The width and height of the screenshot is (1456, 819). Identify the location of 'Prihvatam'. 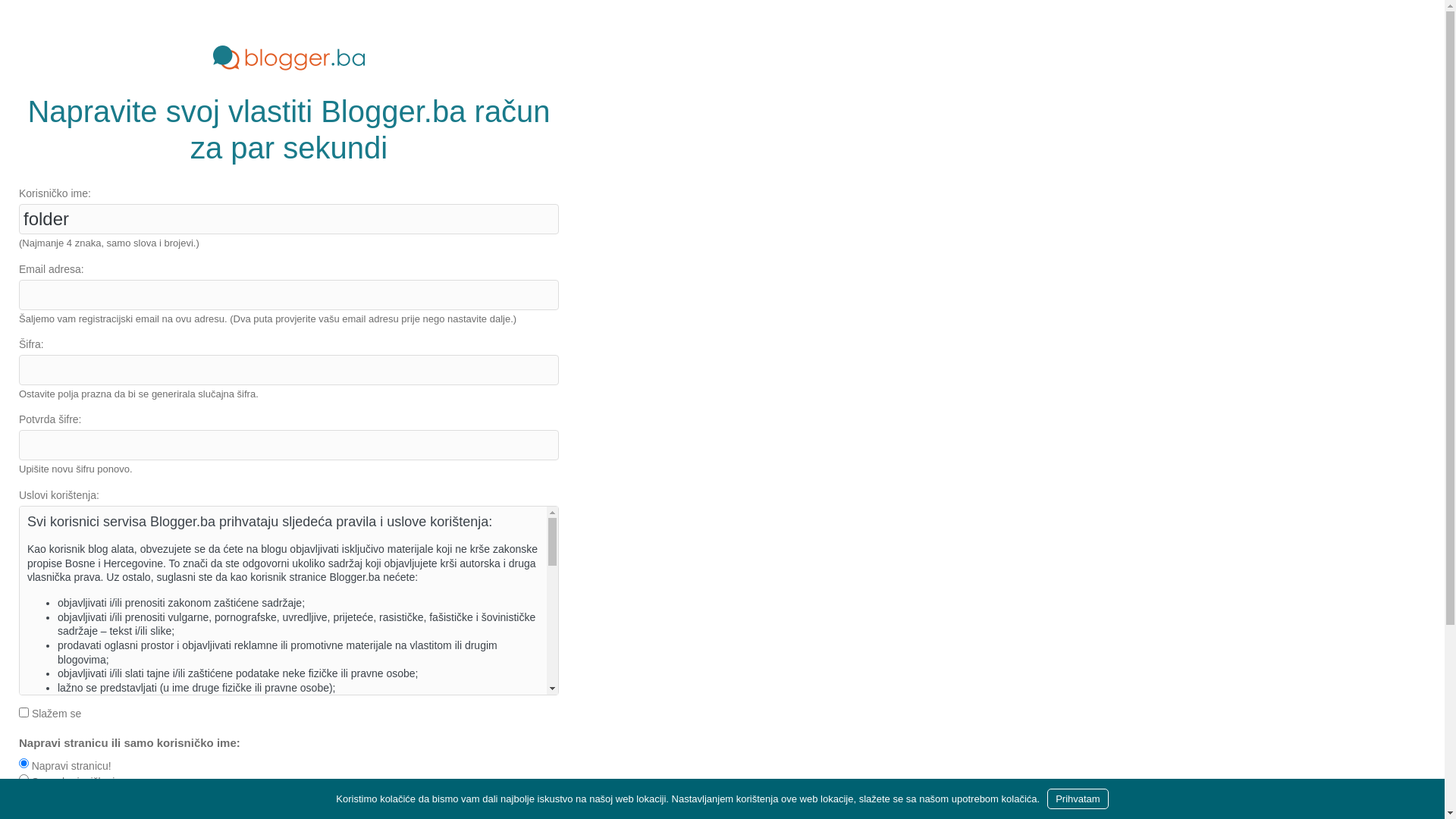
(1077, 798).